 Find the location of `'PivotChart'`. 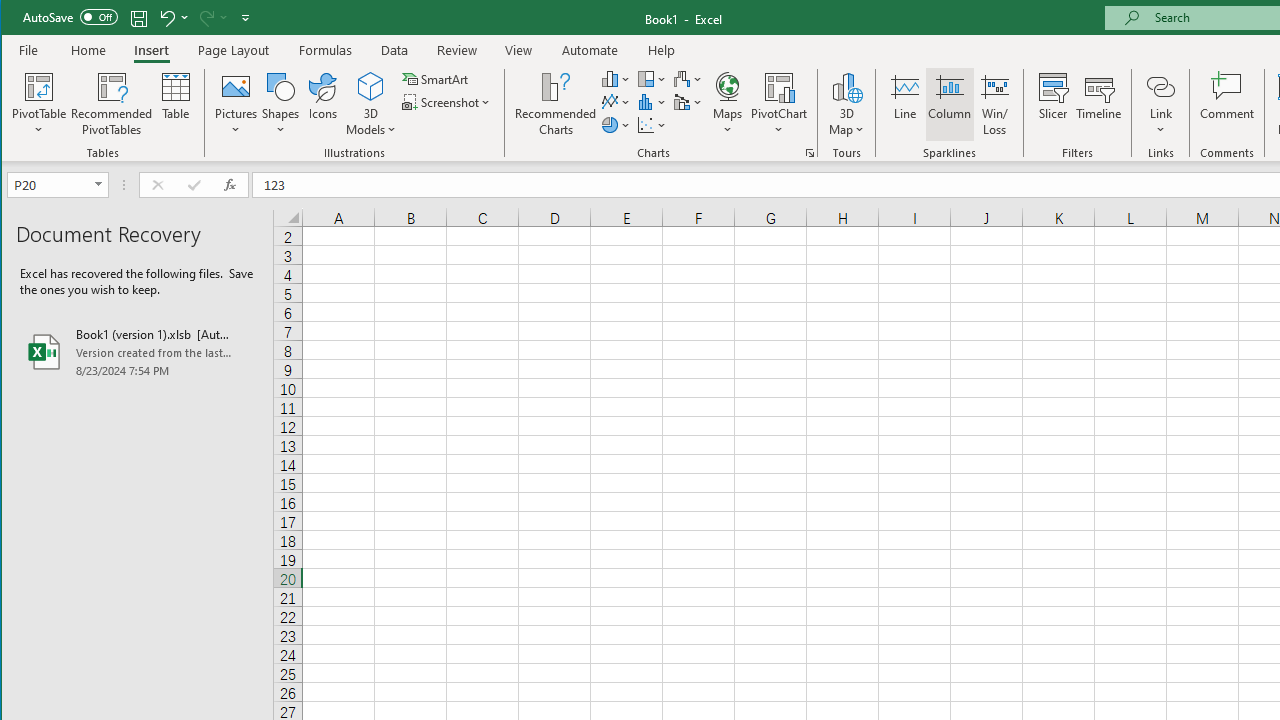

'PivotChart' is located at coordinates (778, 104).